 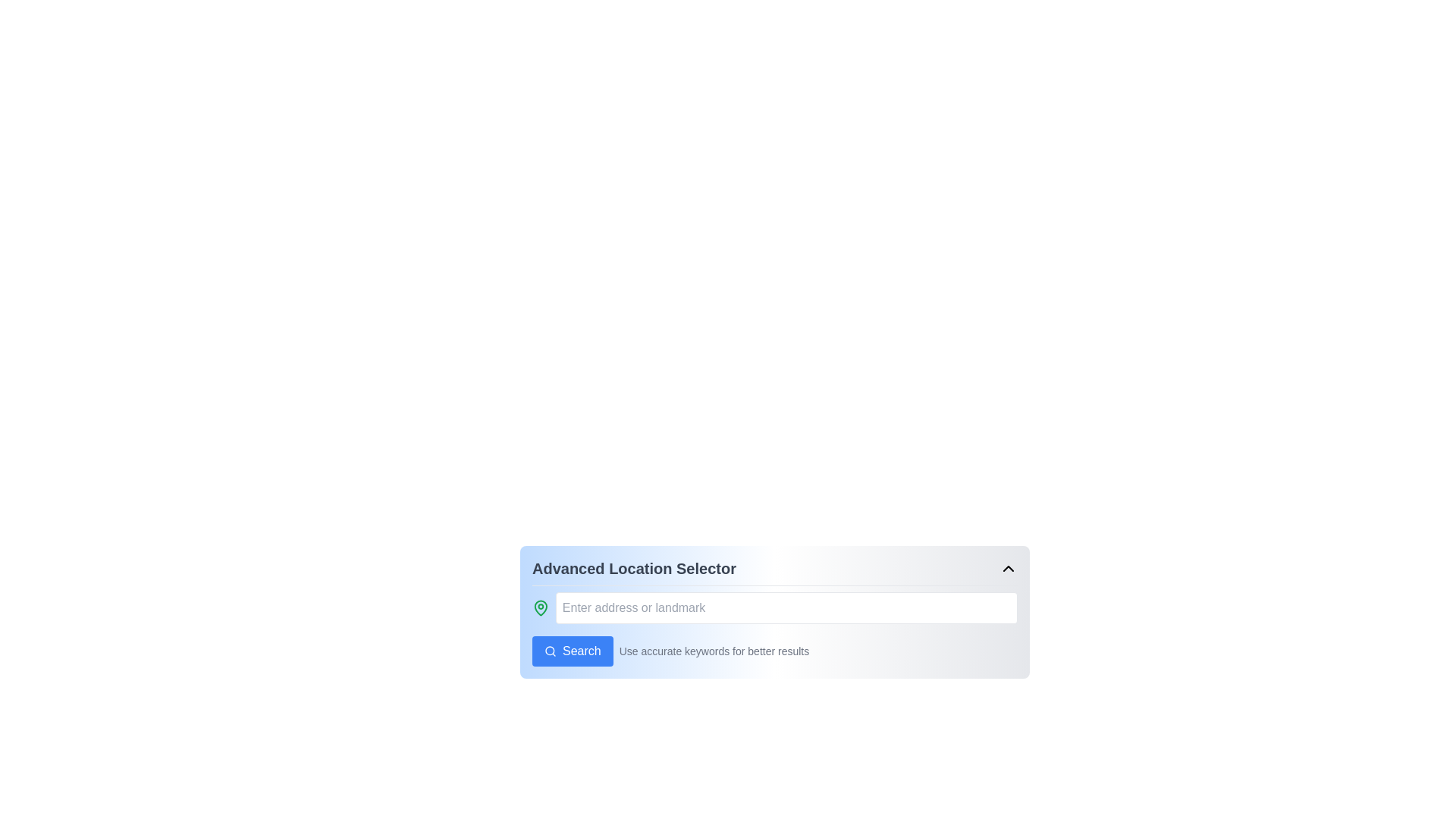 I want to click on the text label that states 'Use accurate keywords for better results', which is styled in gray and positioned to the right of the blue Search button, so click(x=713, y=651).